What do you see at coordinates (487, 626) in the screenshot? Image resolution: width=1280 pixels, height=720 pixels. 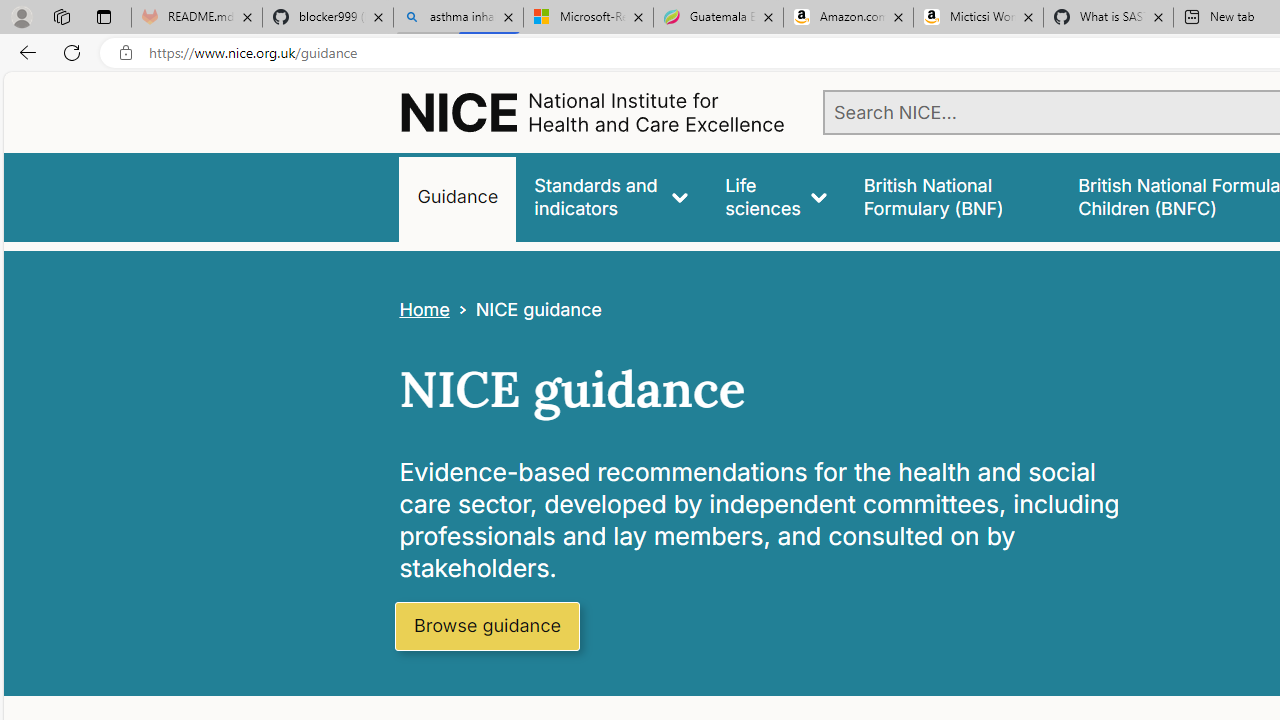 I see `'Browse guidance'` at bounding box center [487, 626].